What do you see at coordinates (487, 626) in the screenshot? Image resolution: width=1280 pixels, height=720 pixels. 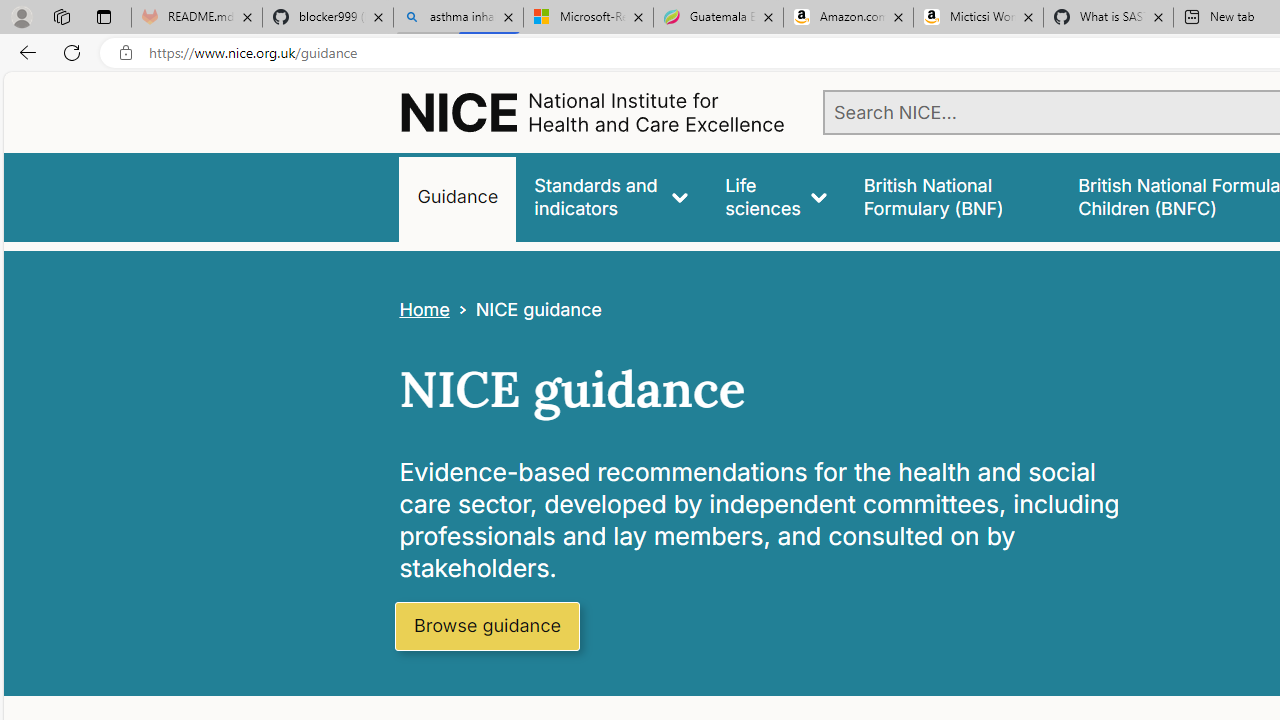 I see `'Browse guidance'` at bounding box center [487, 626].